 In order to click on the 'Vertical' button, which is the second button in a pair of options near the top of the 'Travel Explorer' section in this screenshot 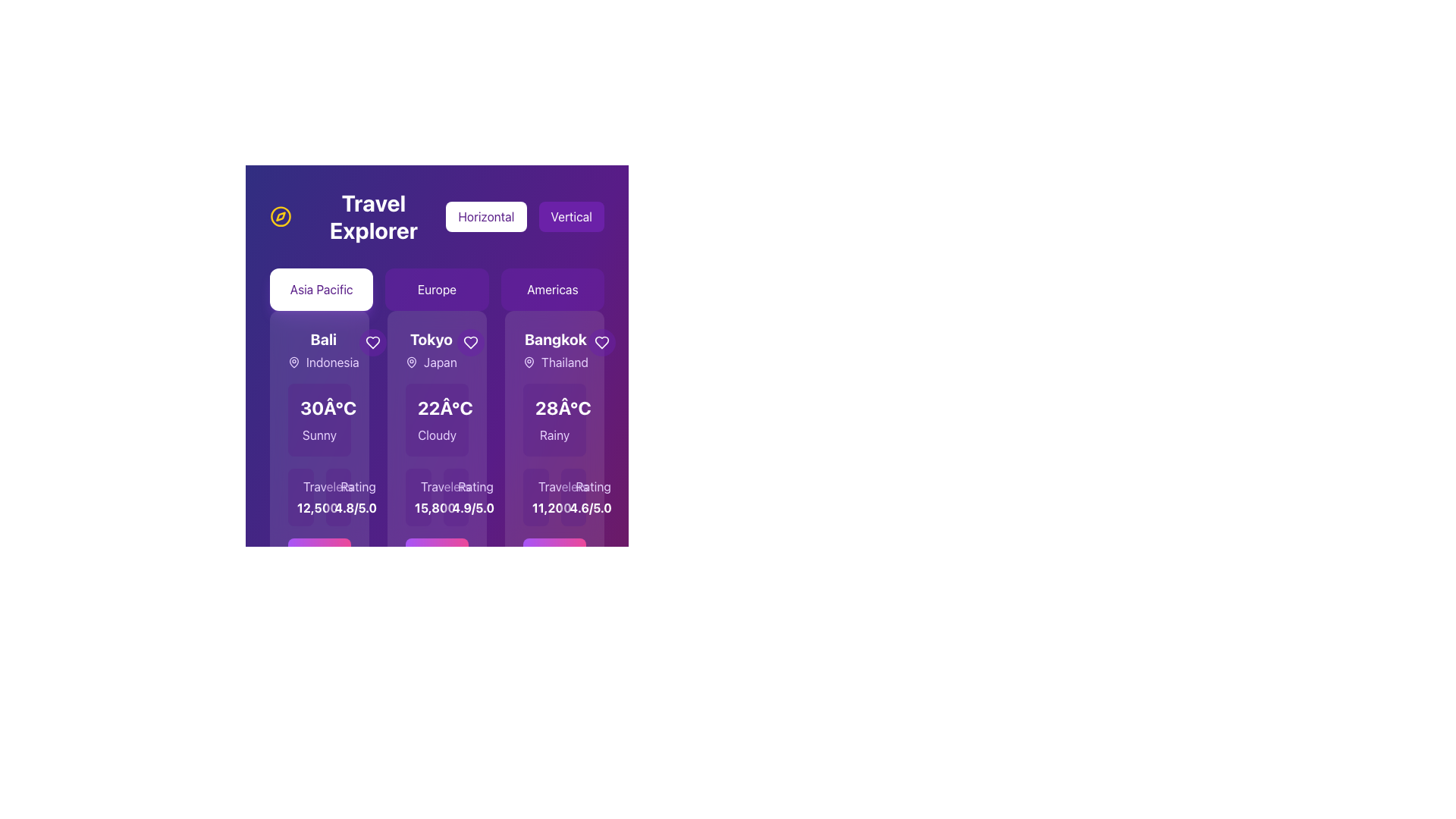, I will do `click(570, 216)`.